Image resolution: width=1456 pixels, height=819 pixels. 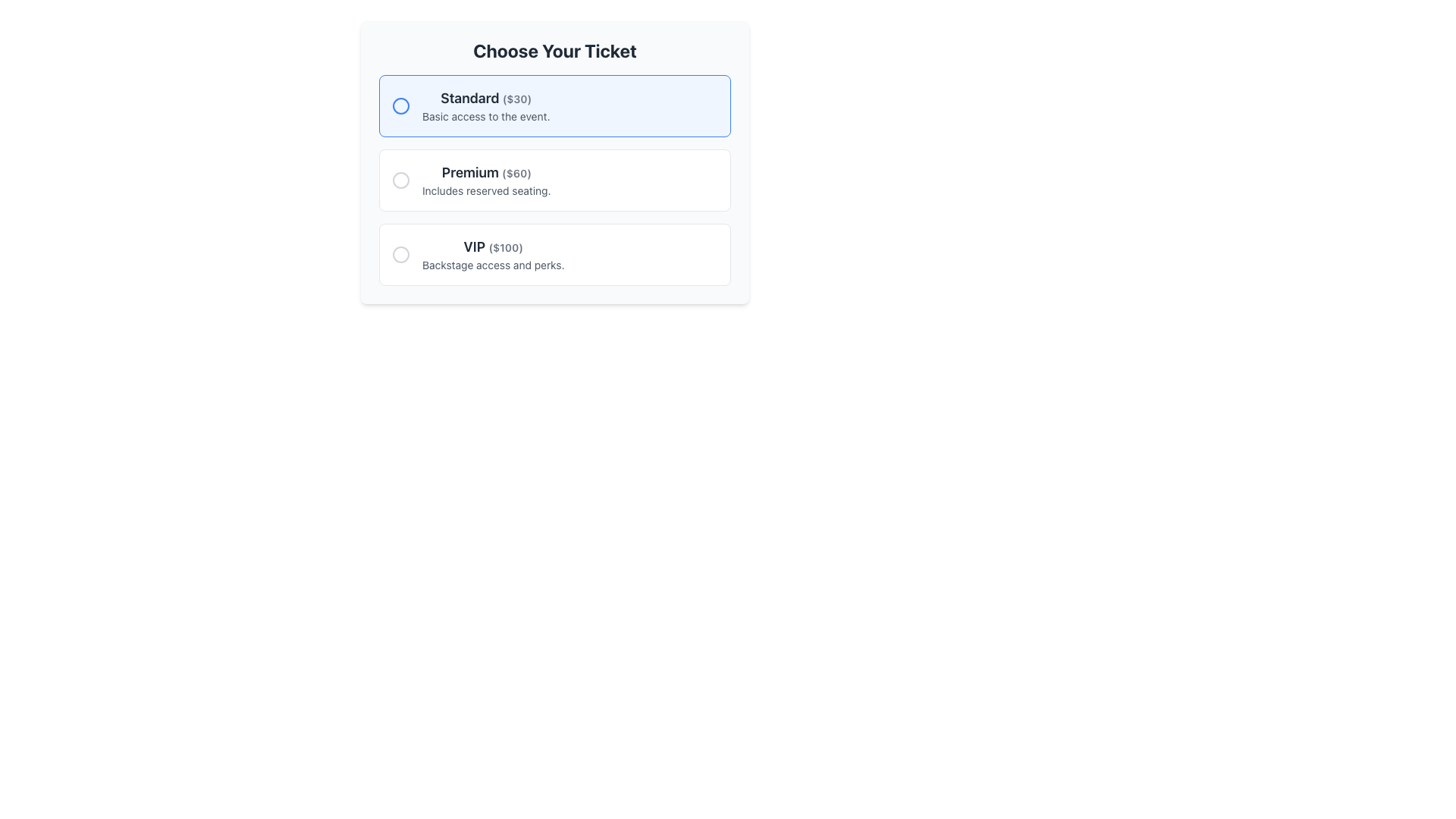 What do you see at coordinates (400, 180) in the screenshot?
I see `the circular radio button for the 'Premium ($60)' ticket option, which is located directly before the text 'Premium ($60)' in the ticket options list` at bounding box center [400, 180].